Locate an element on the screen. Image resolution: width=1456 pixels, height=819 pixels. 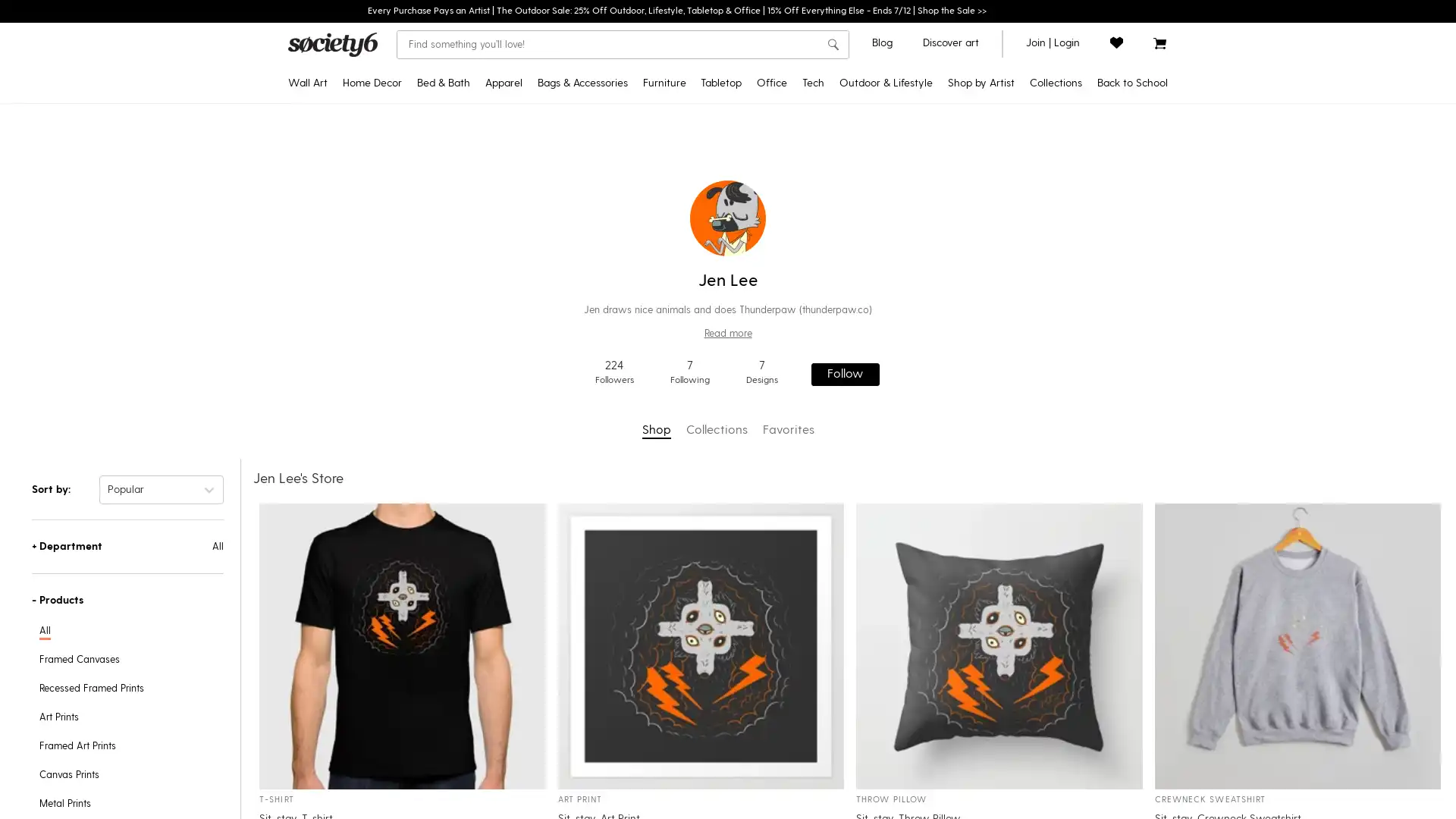
Framed Art Prints is located at coordinates (356, 146).